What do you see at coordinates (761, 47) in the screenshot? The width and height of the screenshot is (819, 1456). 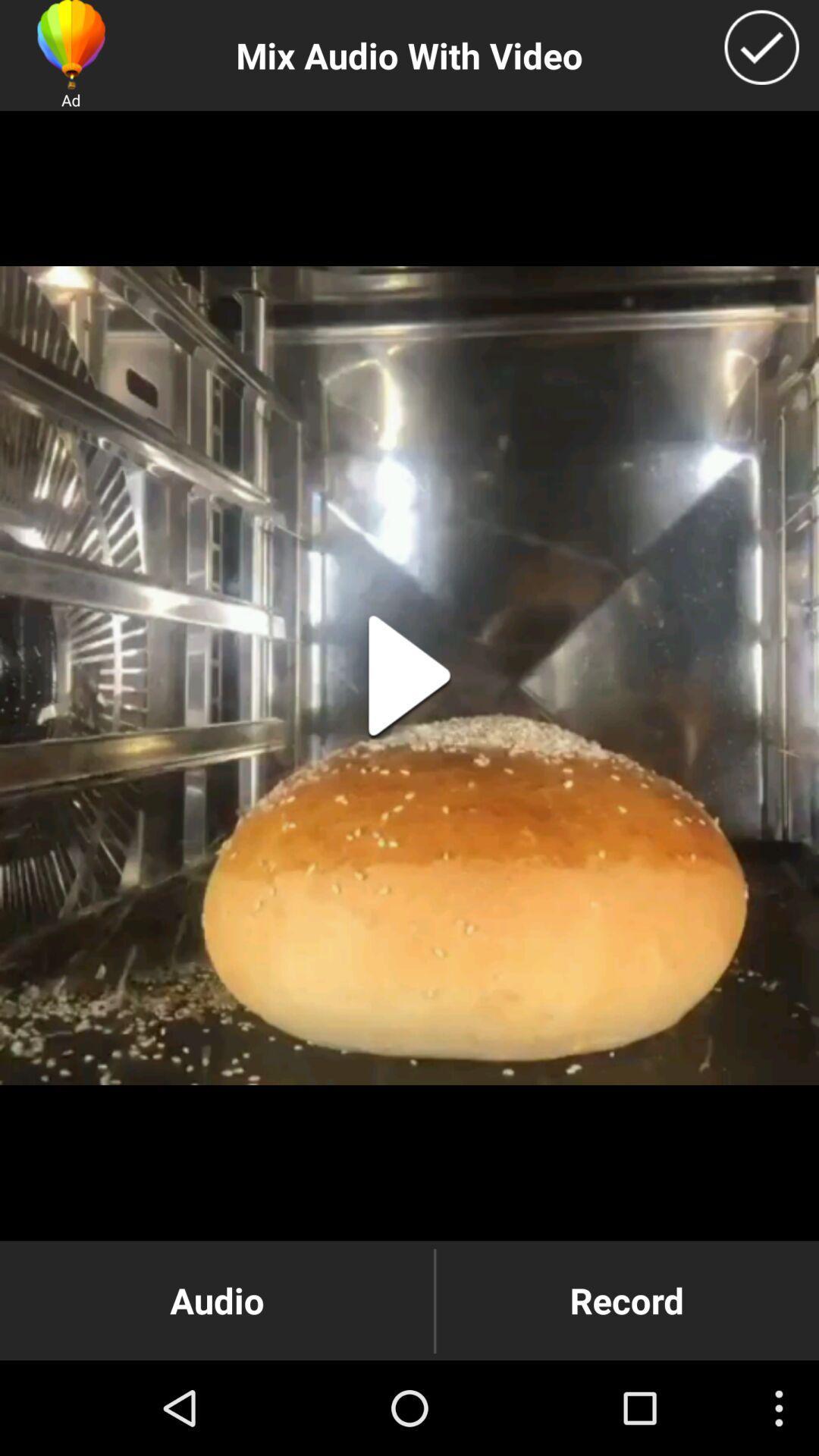 I see `done` at bounding box center [761, 47].